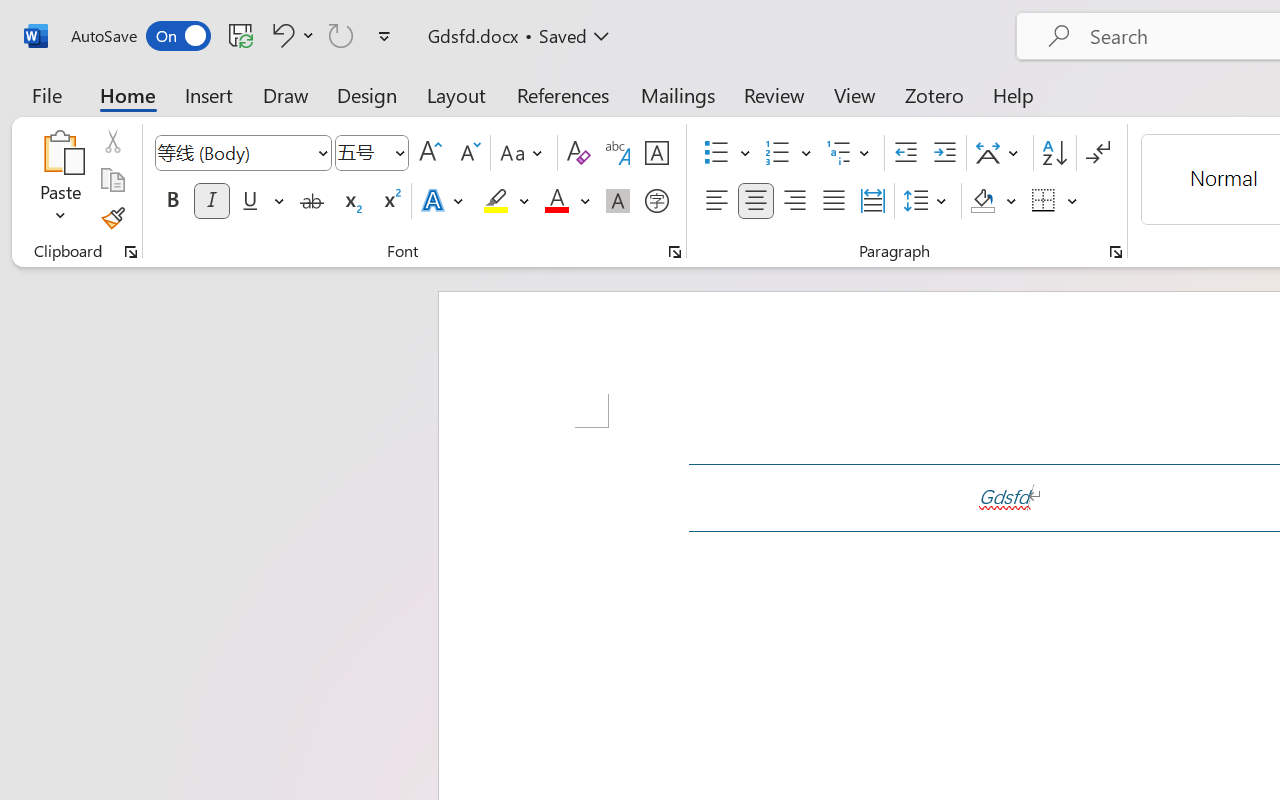  I want to click on 'Increase Indent', so click(943, 153).